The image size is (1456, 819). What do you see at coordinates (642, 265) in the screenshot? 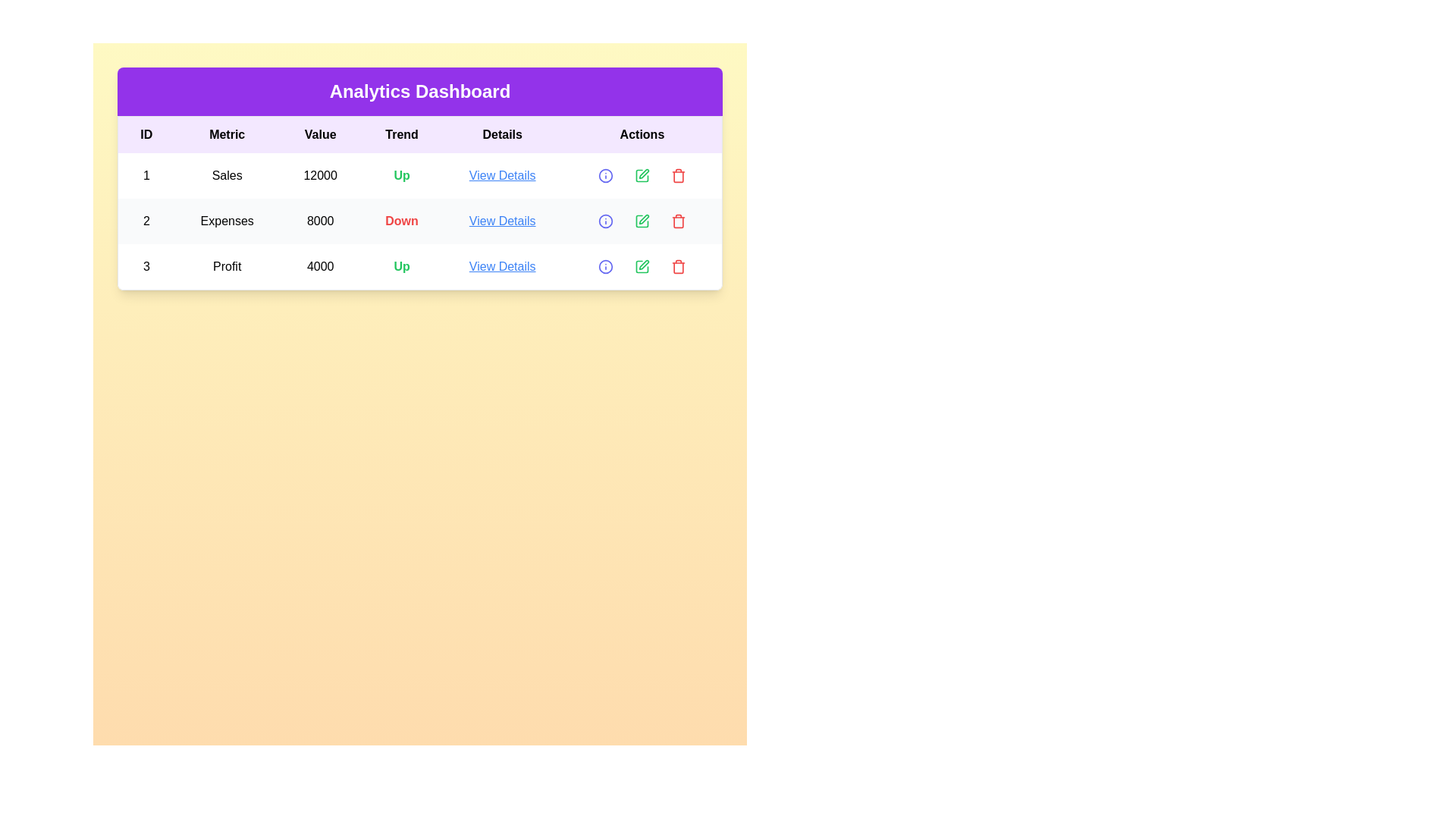
I see `the edit button located in the 'Actions' column of the third row in the table, which is aligned with the 'Profit' row under the 'Metric' column` at bounding box center [642, 265].